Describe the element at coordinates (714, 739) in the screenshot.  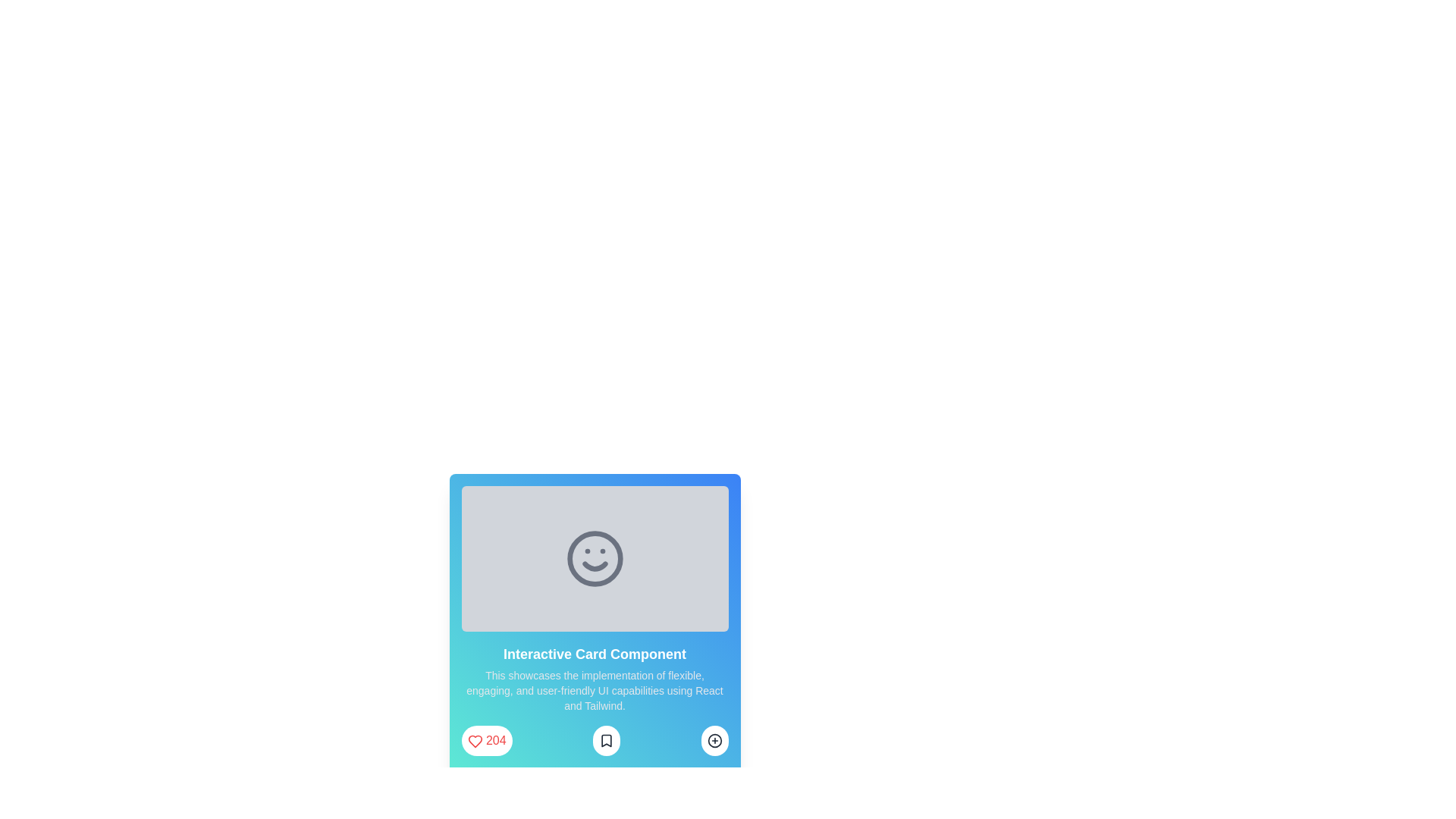
I see `the SVG icon depicting a plus symbol inside a circle located in the lower-right corner of the card component` at that location.